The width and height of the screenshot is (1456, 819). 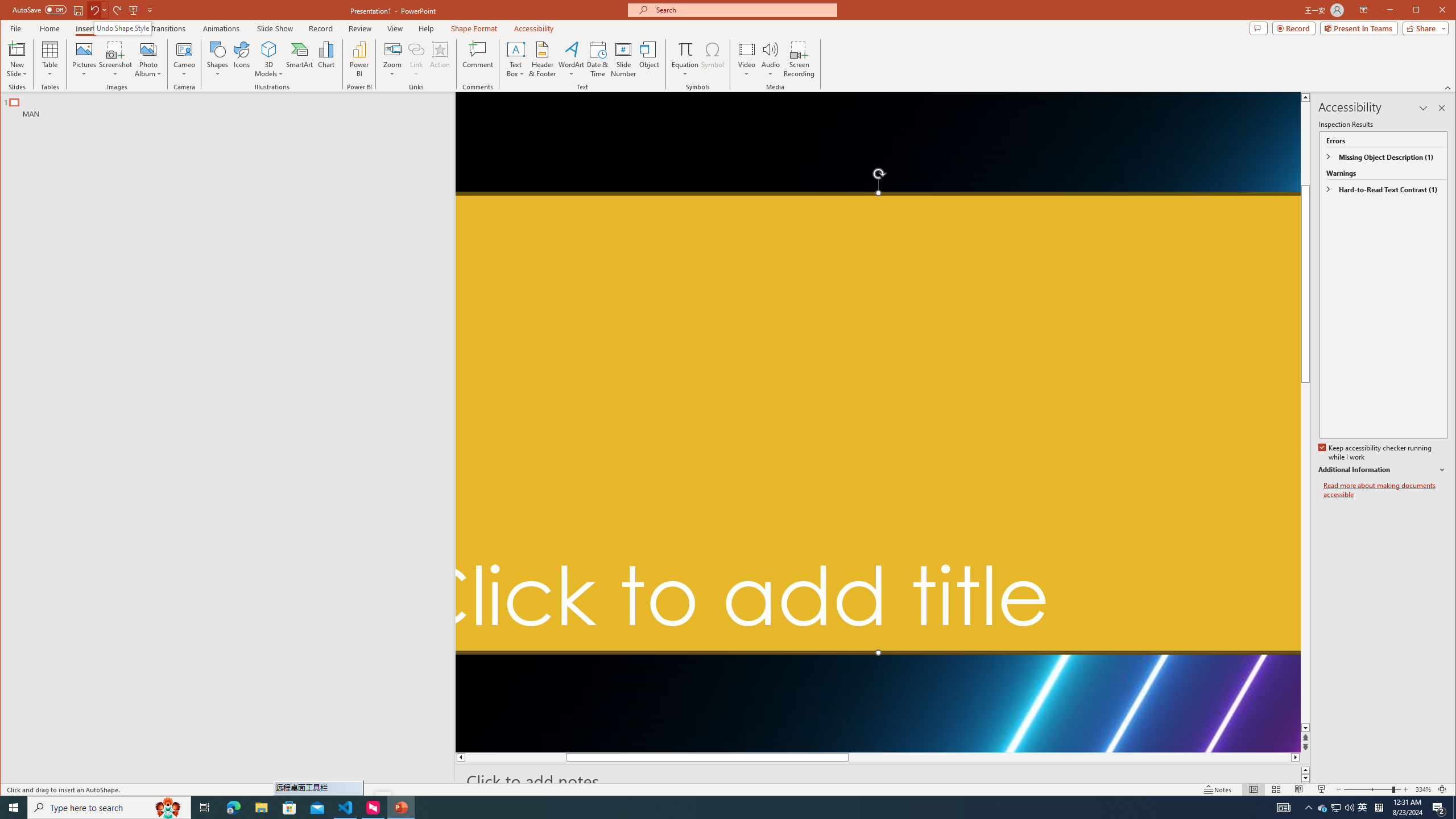 I want to click on 'Maximize', so click(x=1433, y=11).